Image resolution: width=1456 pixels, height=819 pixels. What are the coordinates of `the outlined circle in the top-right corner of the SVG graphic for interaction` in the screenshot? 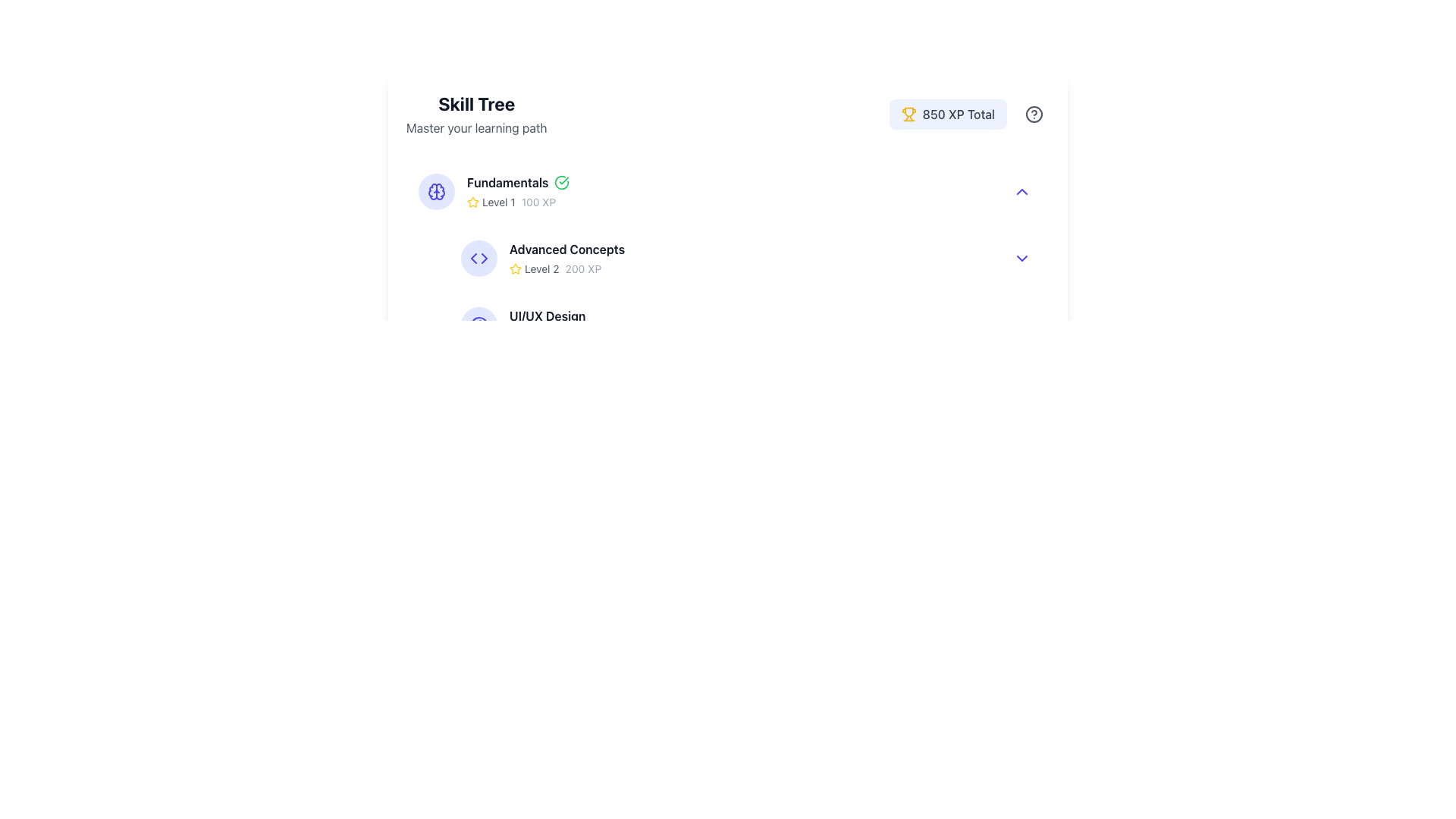 It's located at (1033, 113).